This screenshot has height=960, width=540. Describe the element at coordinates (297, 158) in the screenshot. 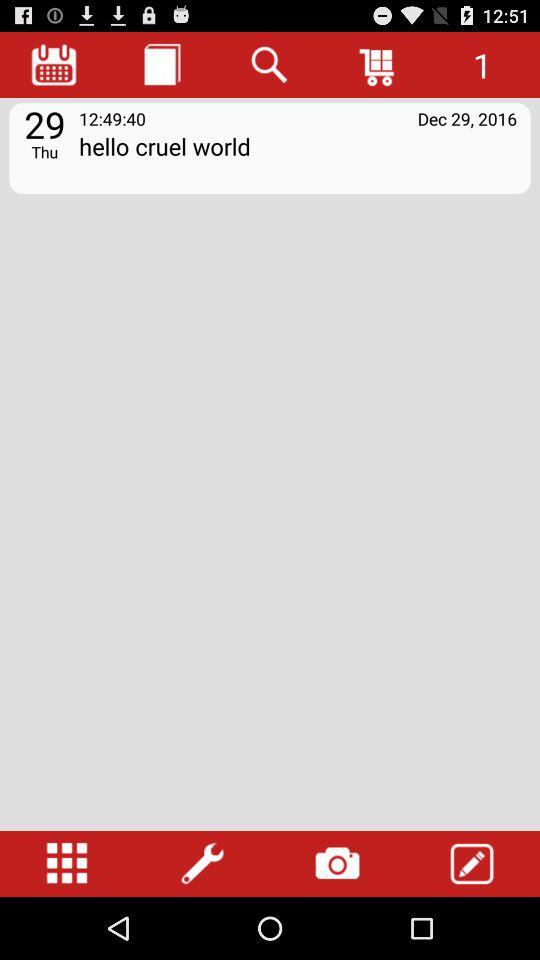

I see `the item to the right of the 29` at that location.